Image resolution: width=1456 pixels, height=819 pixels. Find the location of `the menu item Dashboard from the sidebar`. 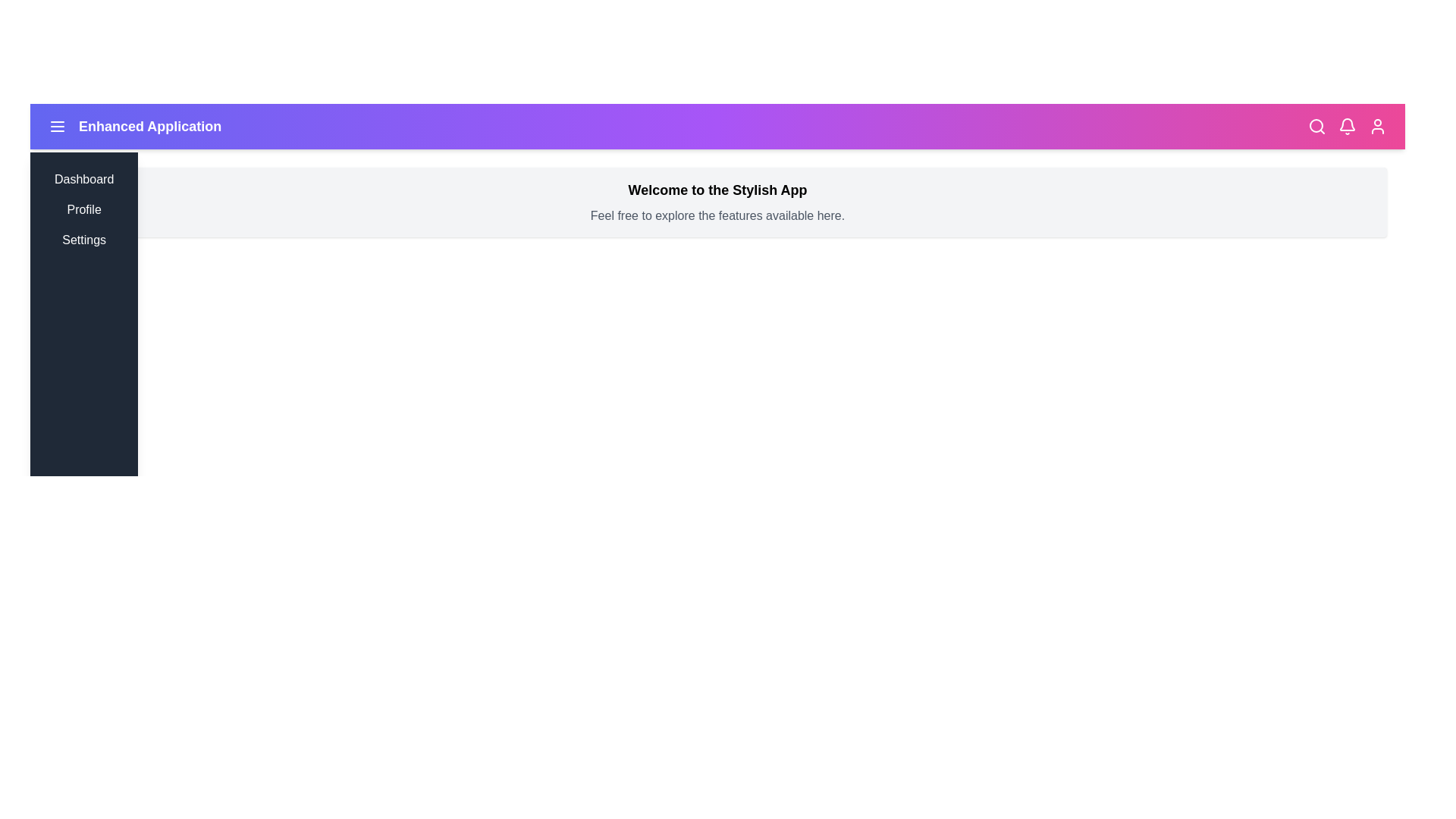

the menu item Dashboard from the sidebar is located at coordinates (83, 178).